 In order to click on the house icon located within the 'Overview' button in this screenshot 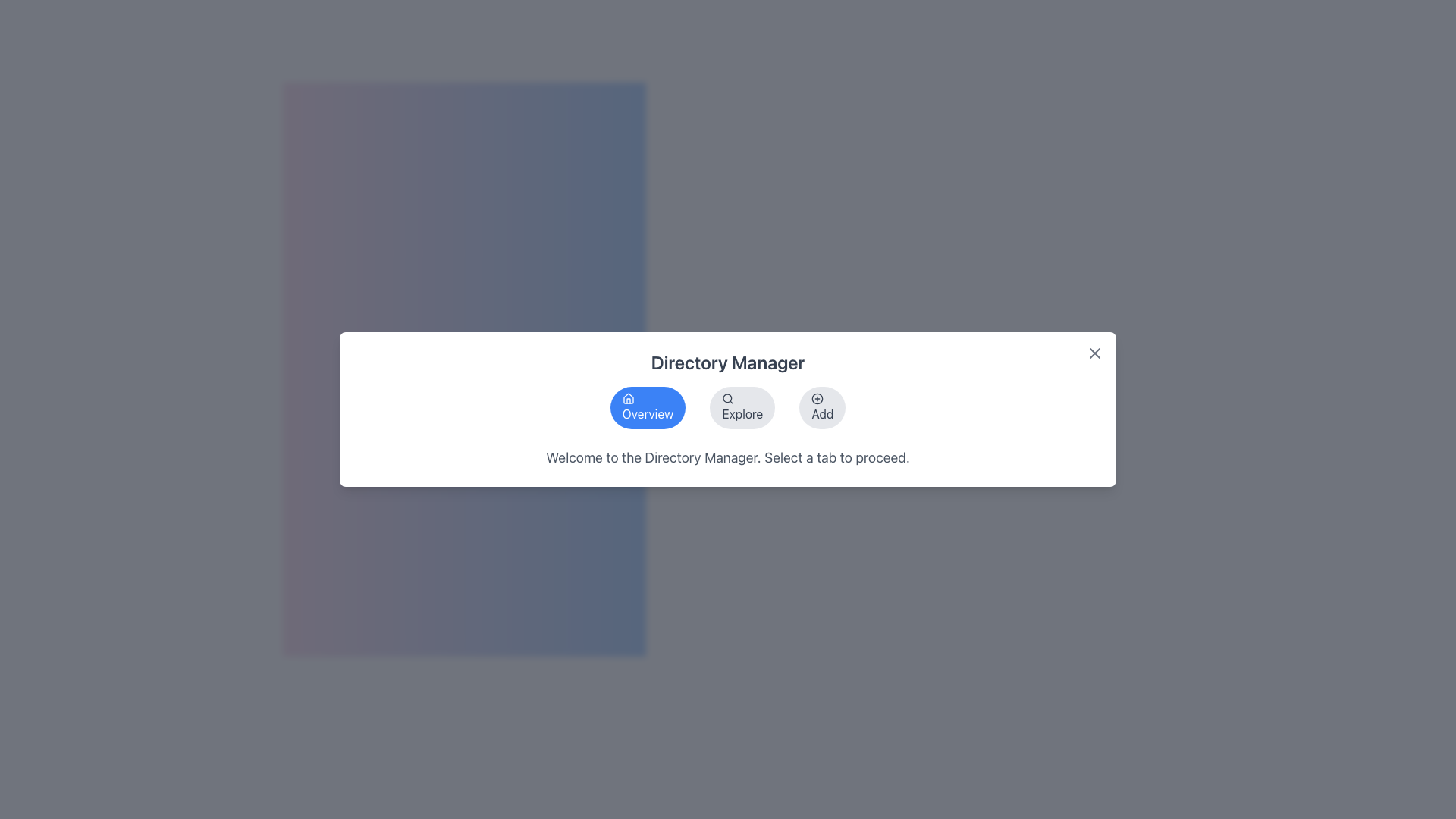, I will do `click(628, 397)`.